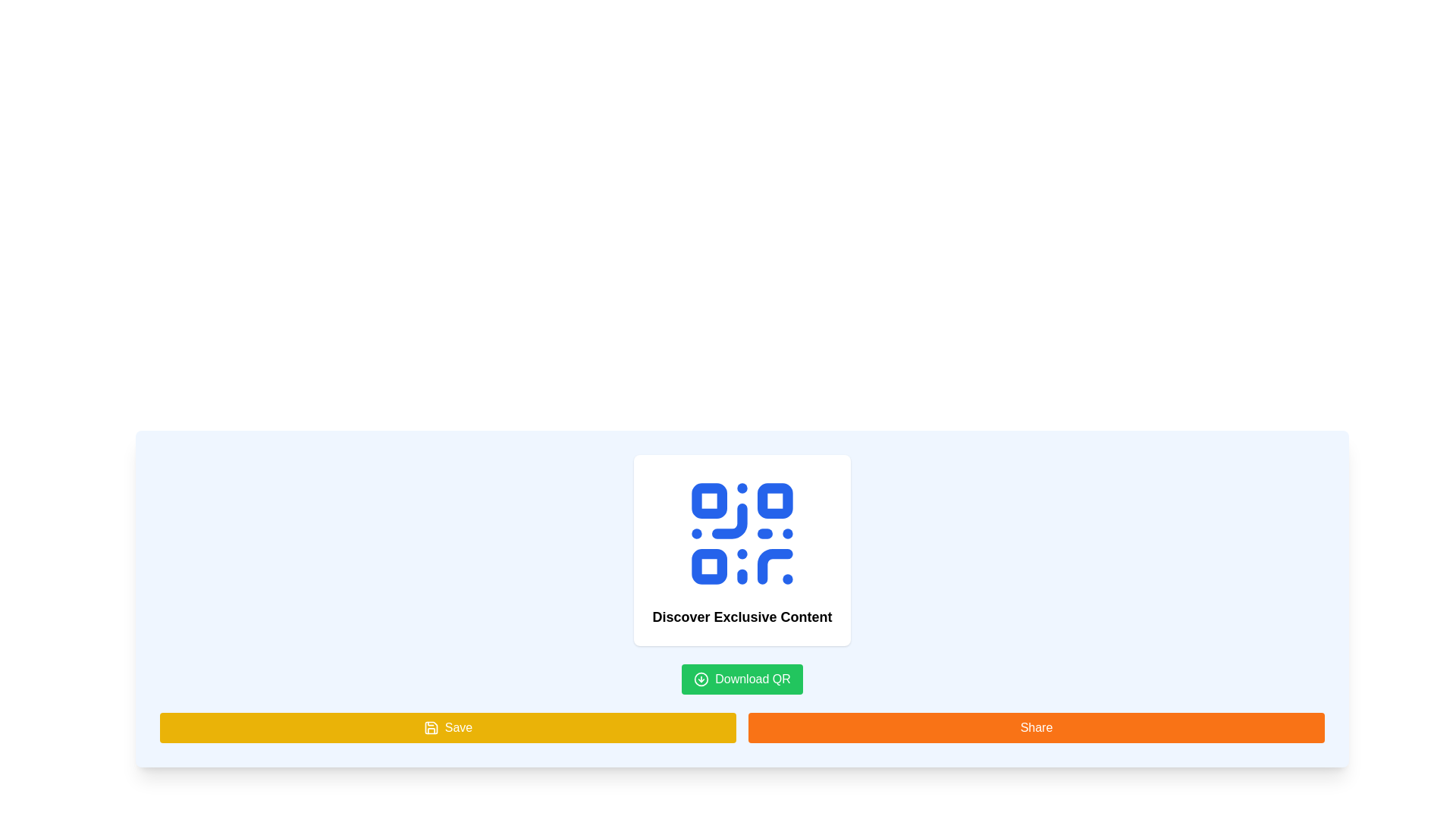 The width and height of the screenshot is (1456, 819). I want to click on the 'Save' button with a yellow background and a save icon located in the bottom-left section of the interface, so click(447, 727).